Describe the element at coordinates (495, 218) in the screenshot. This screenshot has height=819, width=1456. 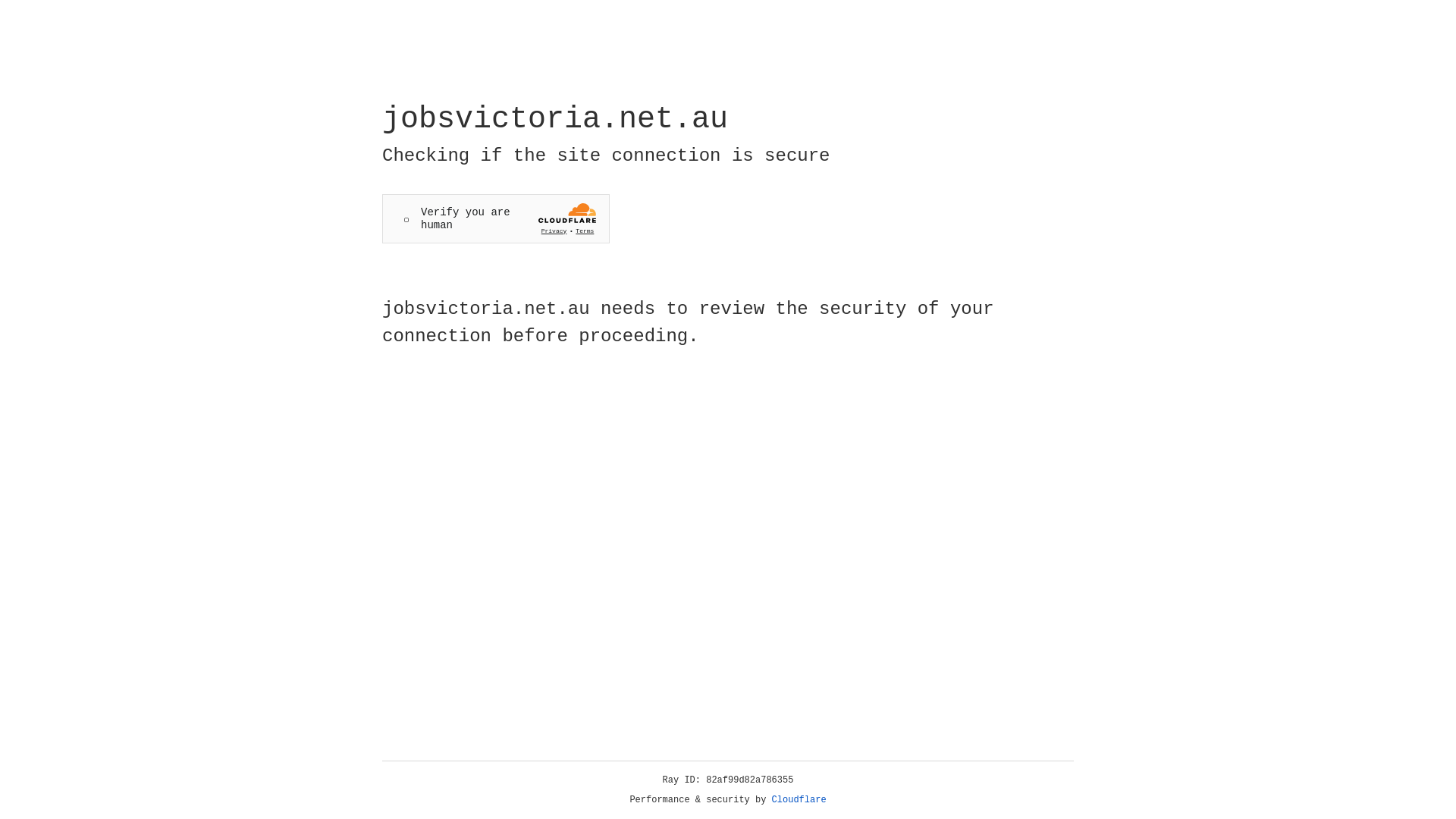
I see `'Widget containing a Cloudflare security challenge'` at that location.